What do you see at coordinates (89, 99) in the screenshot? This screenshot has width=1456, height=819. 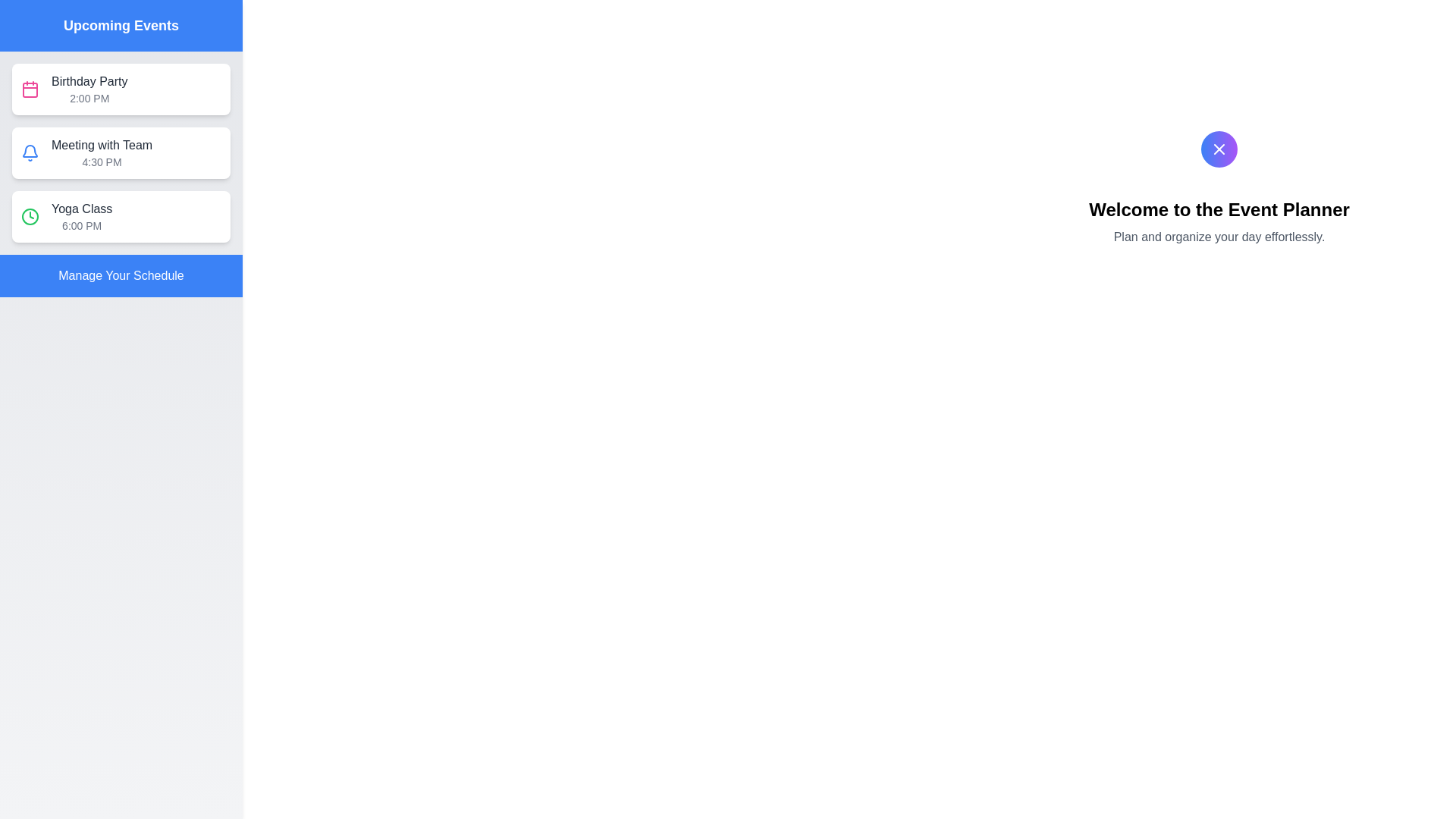 I see `text label displaying '2:00 PM' located beneath the 'Birthday Party' text in the first event card under 'Upcoming Events'` at bounding box center [89, 99].